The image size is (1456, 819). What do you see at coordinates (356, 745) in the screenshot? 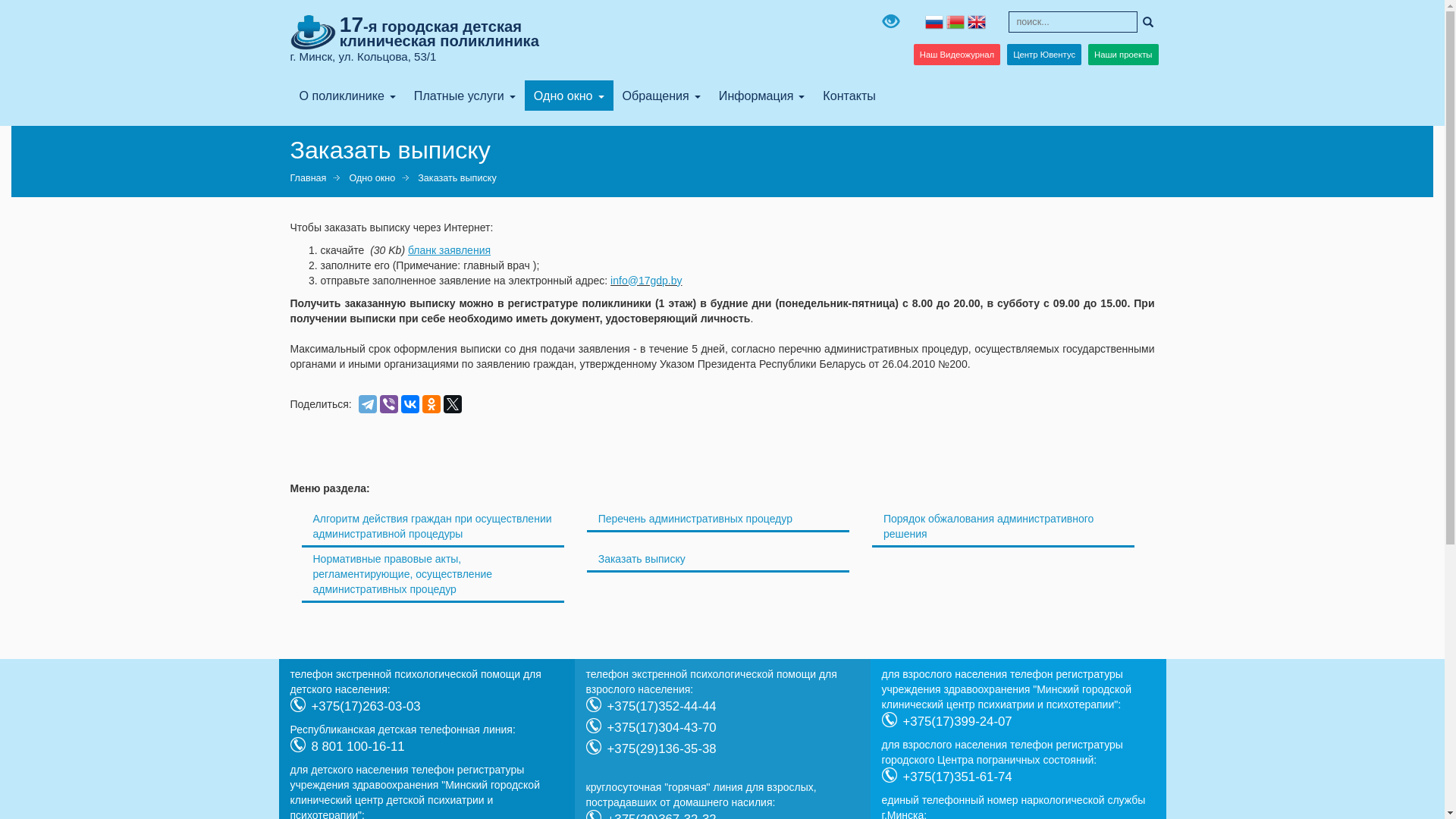
I see `'8 801 100-16-11'` at bounding box center [356, 745].